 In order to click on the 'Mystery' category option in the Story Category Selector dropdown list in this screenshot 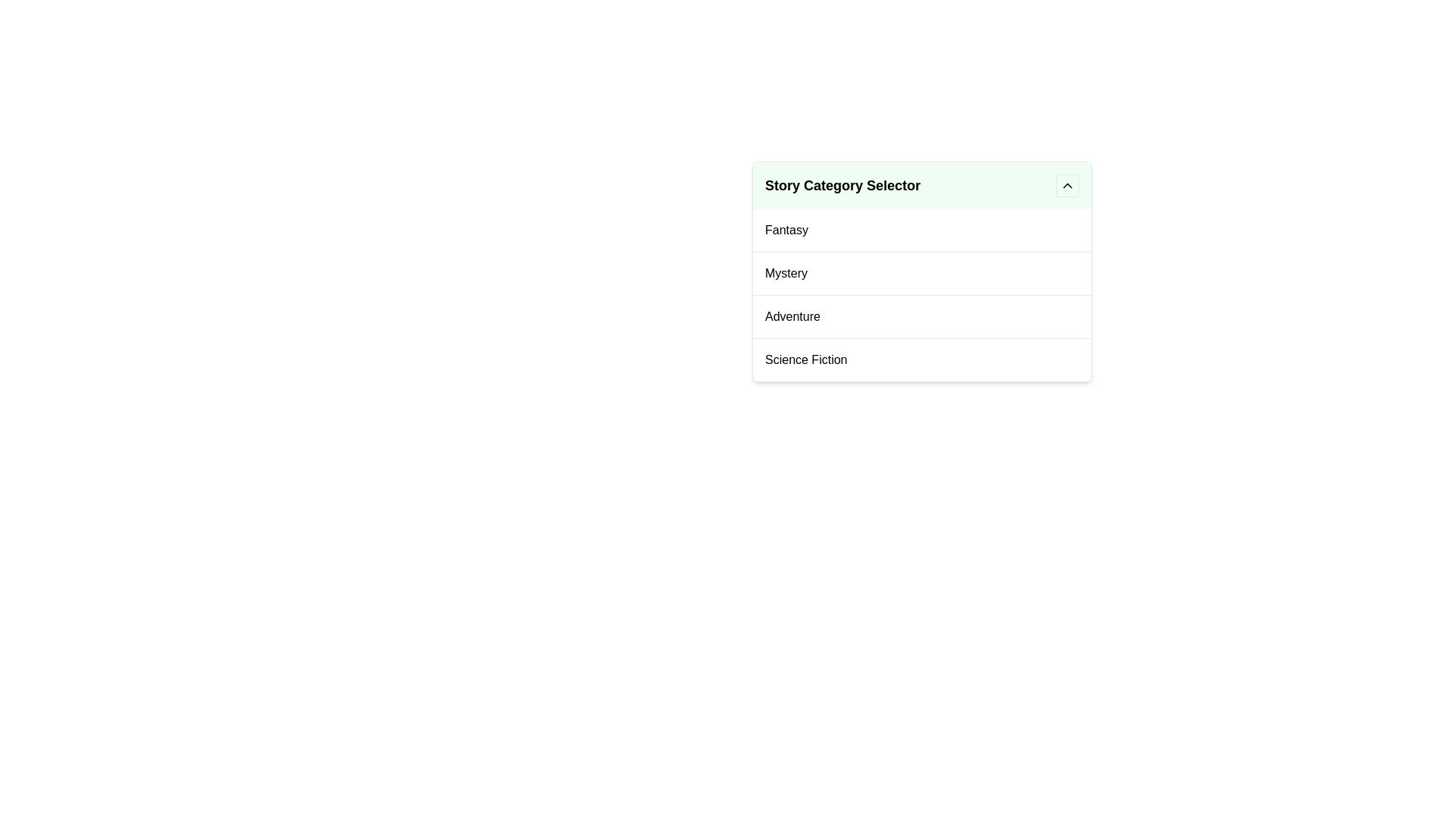, I will do `click(786, 274)`.